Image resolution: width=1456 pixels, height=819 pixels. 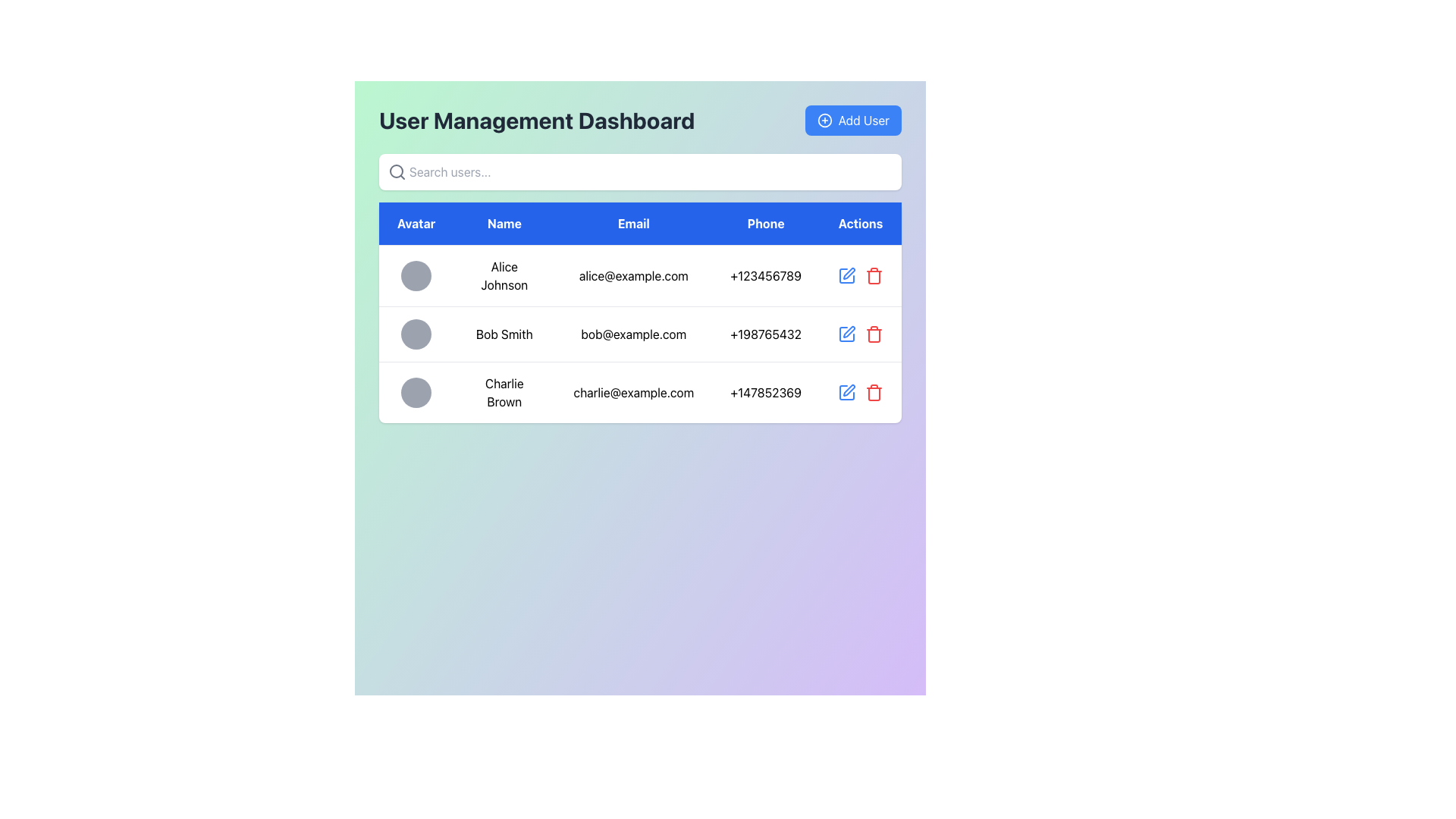 I want to click on email displayed in the third row of the table under the 'Email' column, which shows 'charlie@example.com', so click(x=633, y=391).